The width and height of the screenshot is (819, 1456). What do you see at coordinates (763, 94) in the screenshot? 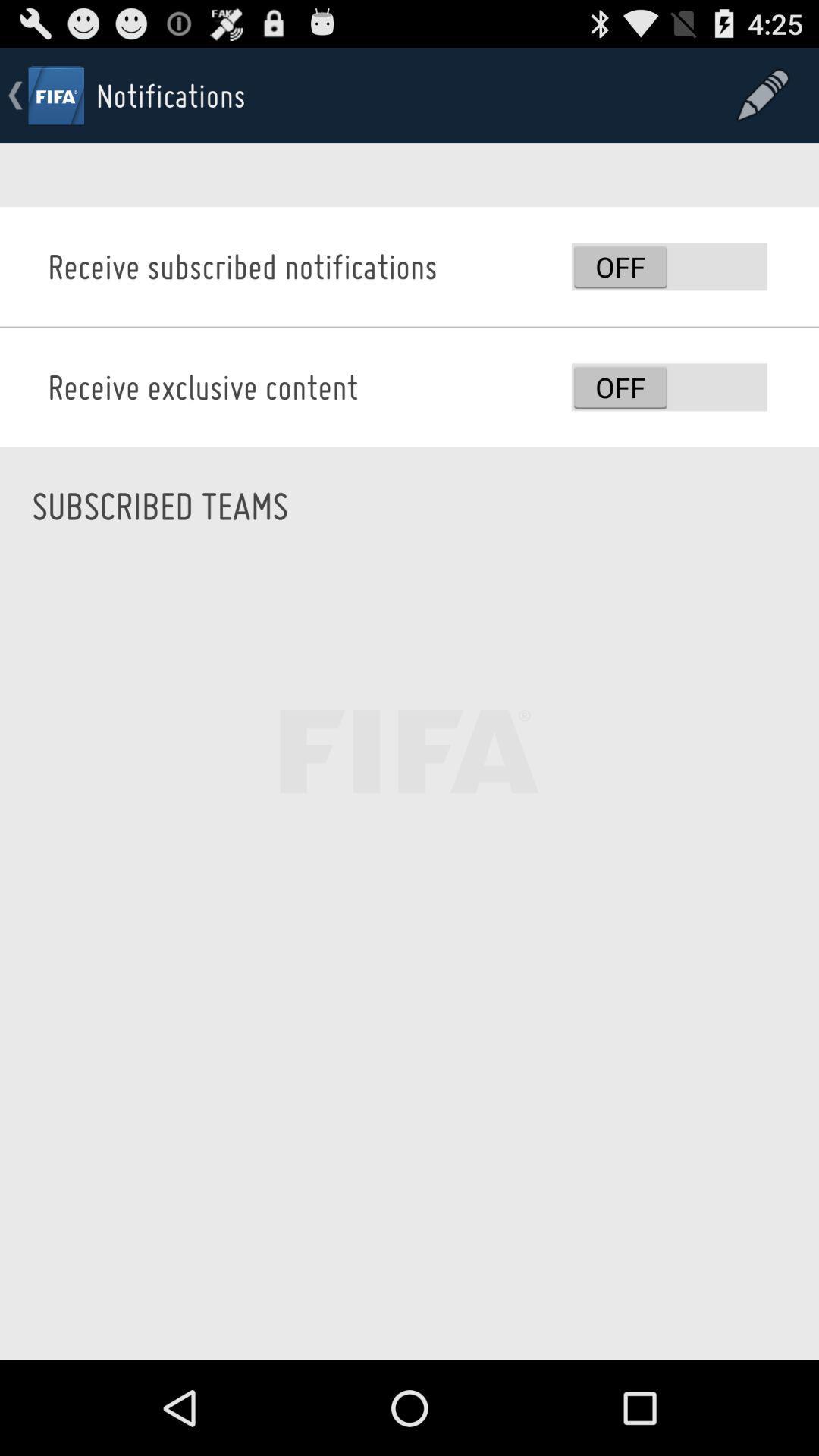
I see `the app next to the notifications item` at bounding box center [763, 94].